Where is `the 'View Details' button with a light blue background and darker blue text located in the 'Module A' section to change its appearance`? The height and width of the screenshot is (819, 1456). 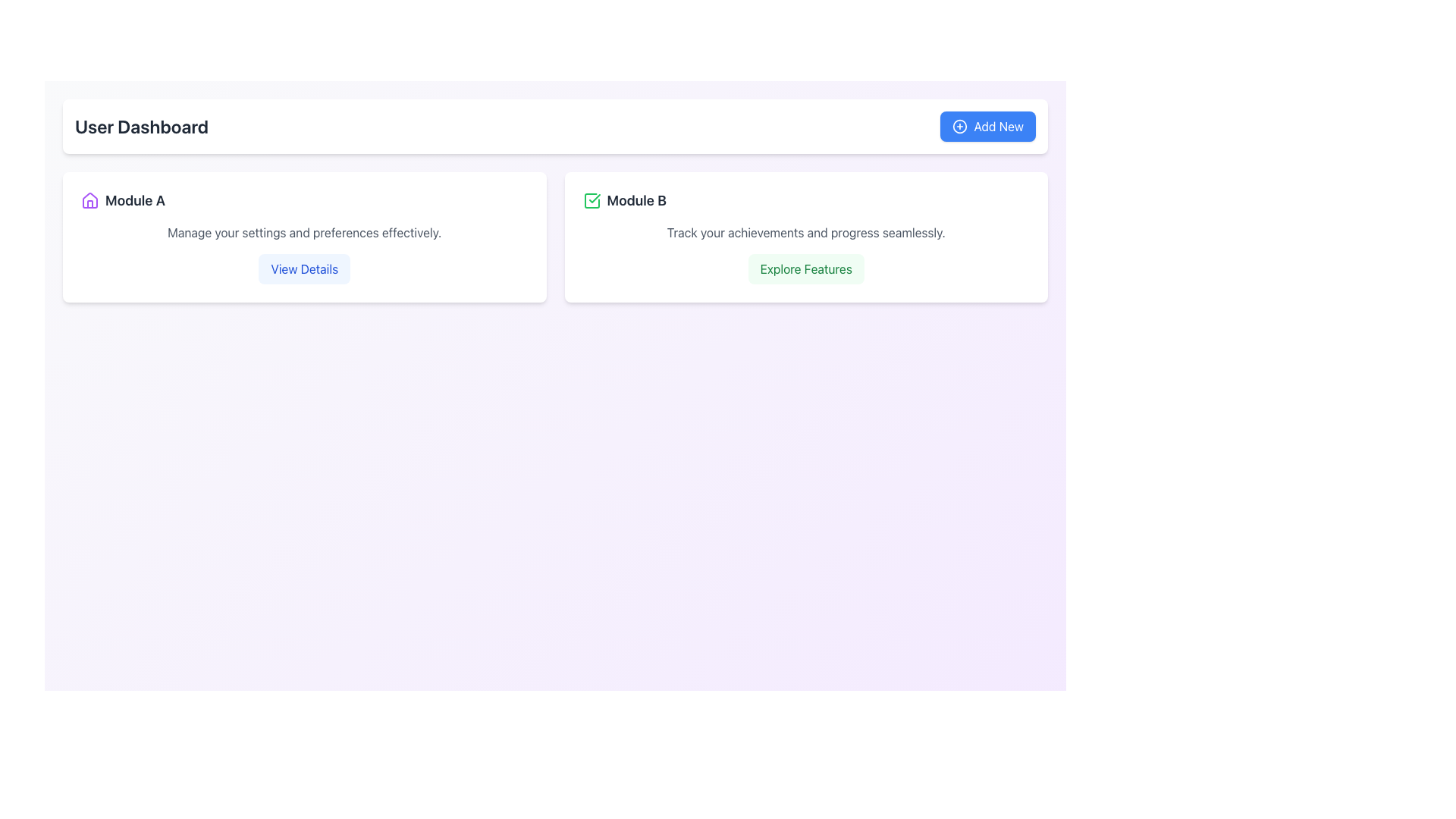
the 'View Details' button with a light blue background and darker blue text located in the 'Module A' section to change its appearance is located at coordinates (303, 268).